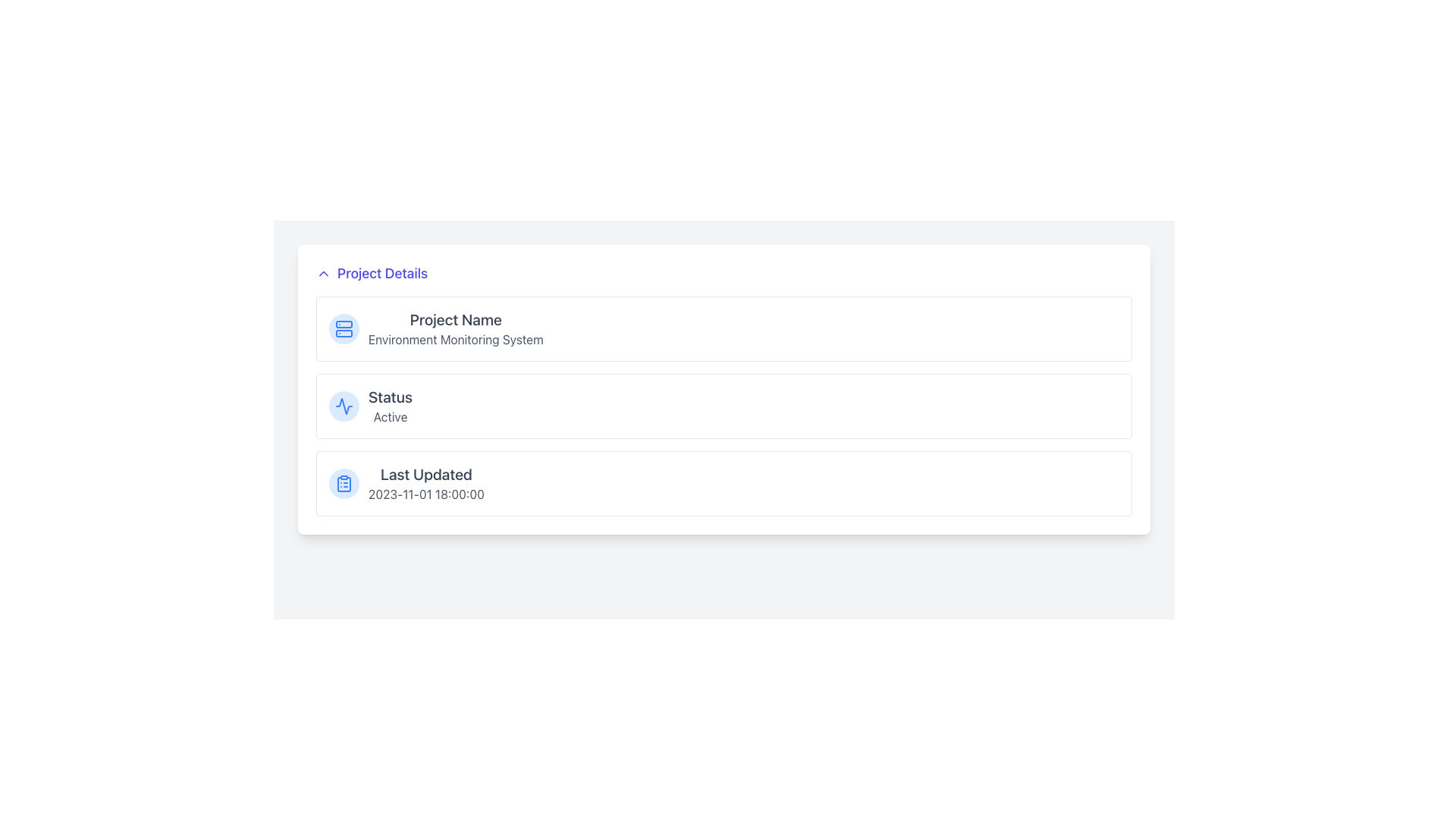  What do you see at coordinates (390, 397) in the screenshot?
I see `the text label that indicates the status of the project, positioned above the 'Active' text and to the right of the graph icon` at bounding box center [390, 397].